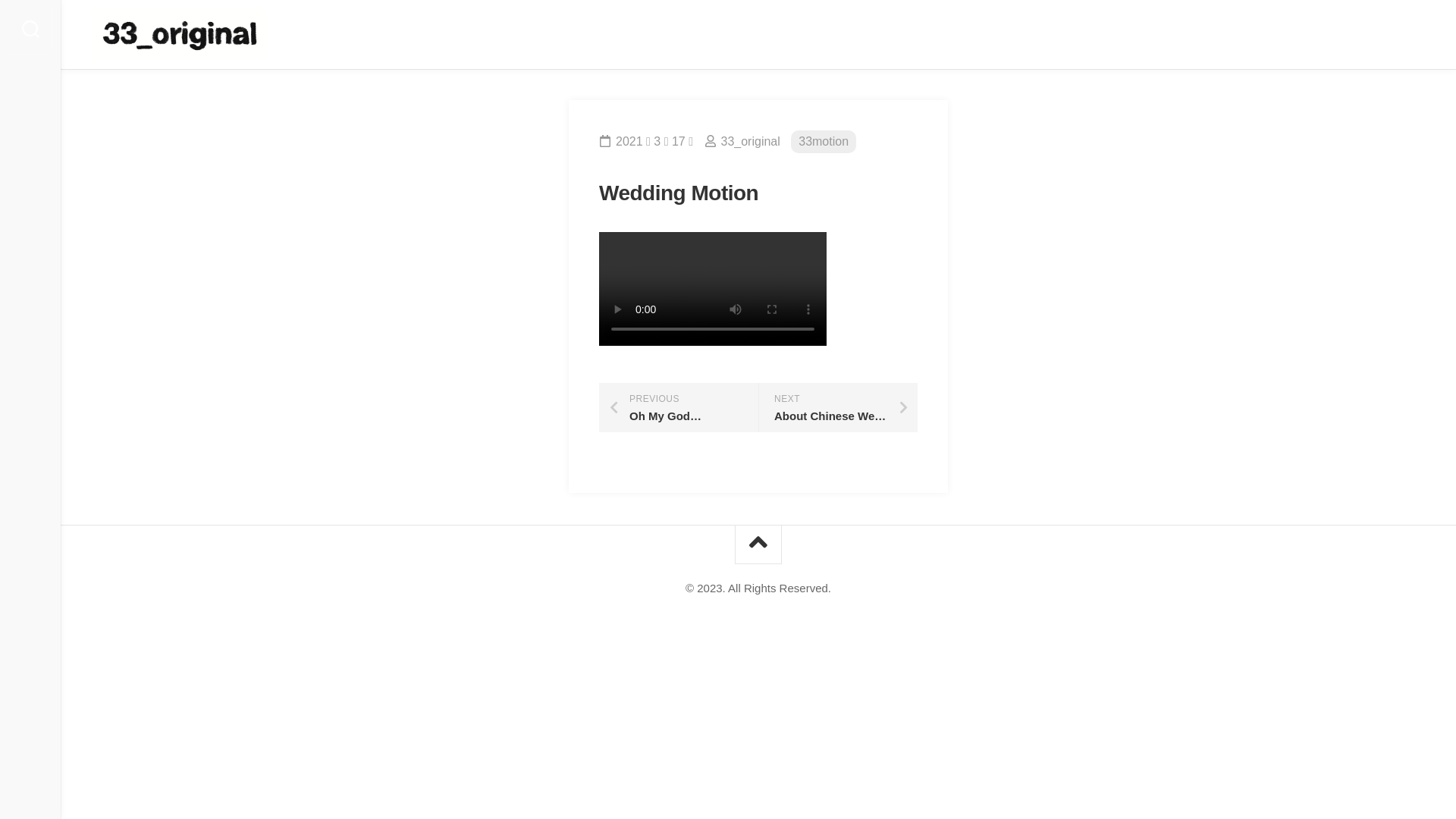 The image size is (1456, 819). What do you see at coordinates (749, 141) in the screenshot?
I see `'33_original'` at bounding box center [749, 141].